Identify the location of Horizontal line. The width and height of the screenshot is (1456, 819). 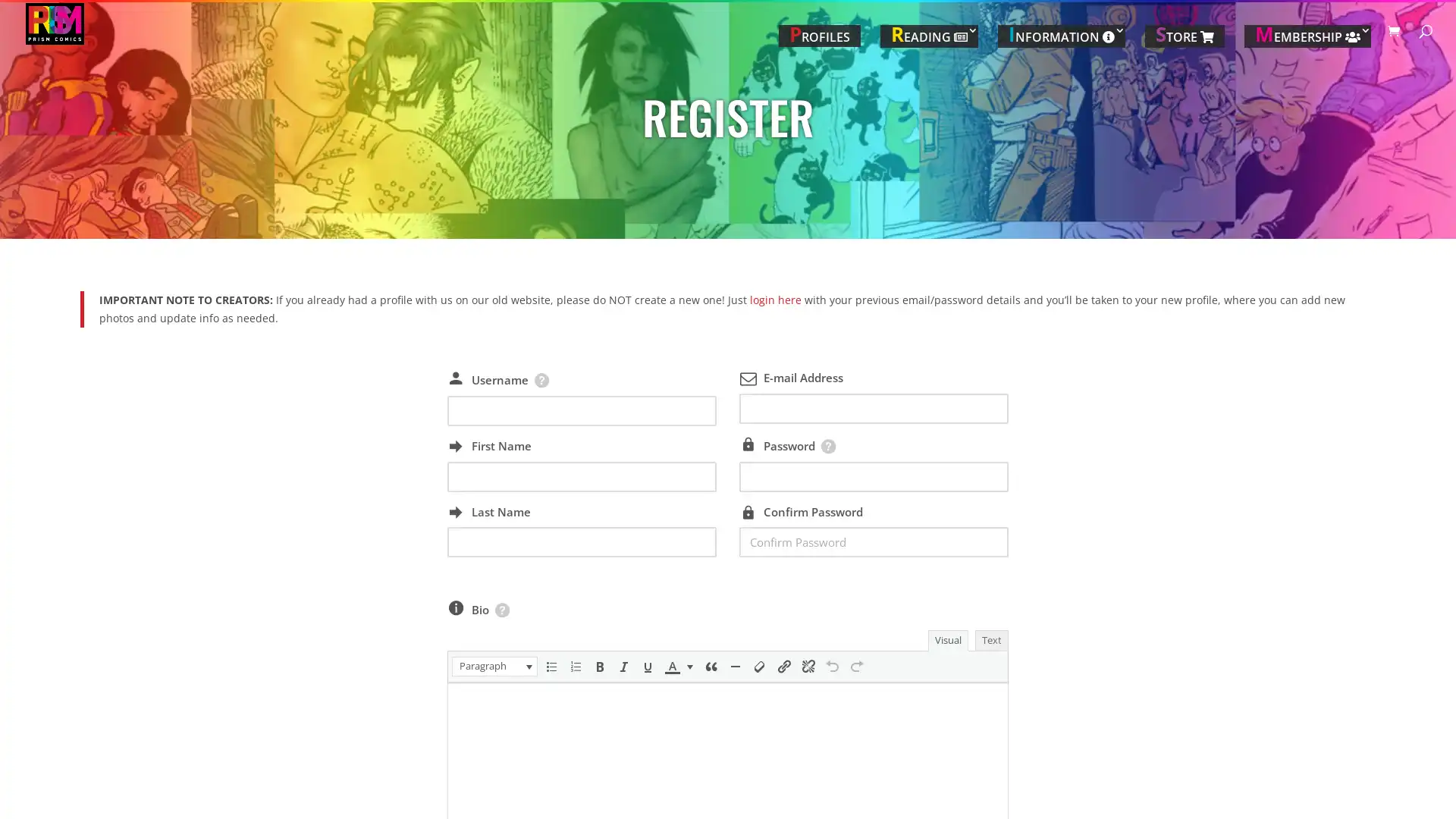
(735, 666).